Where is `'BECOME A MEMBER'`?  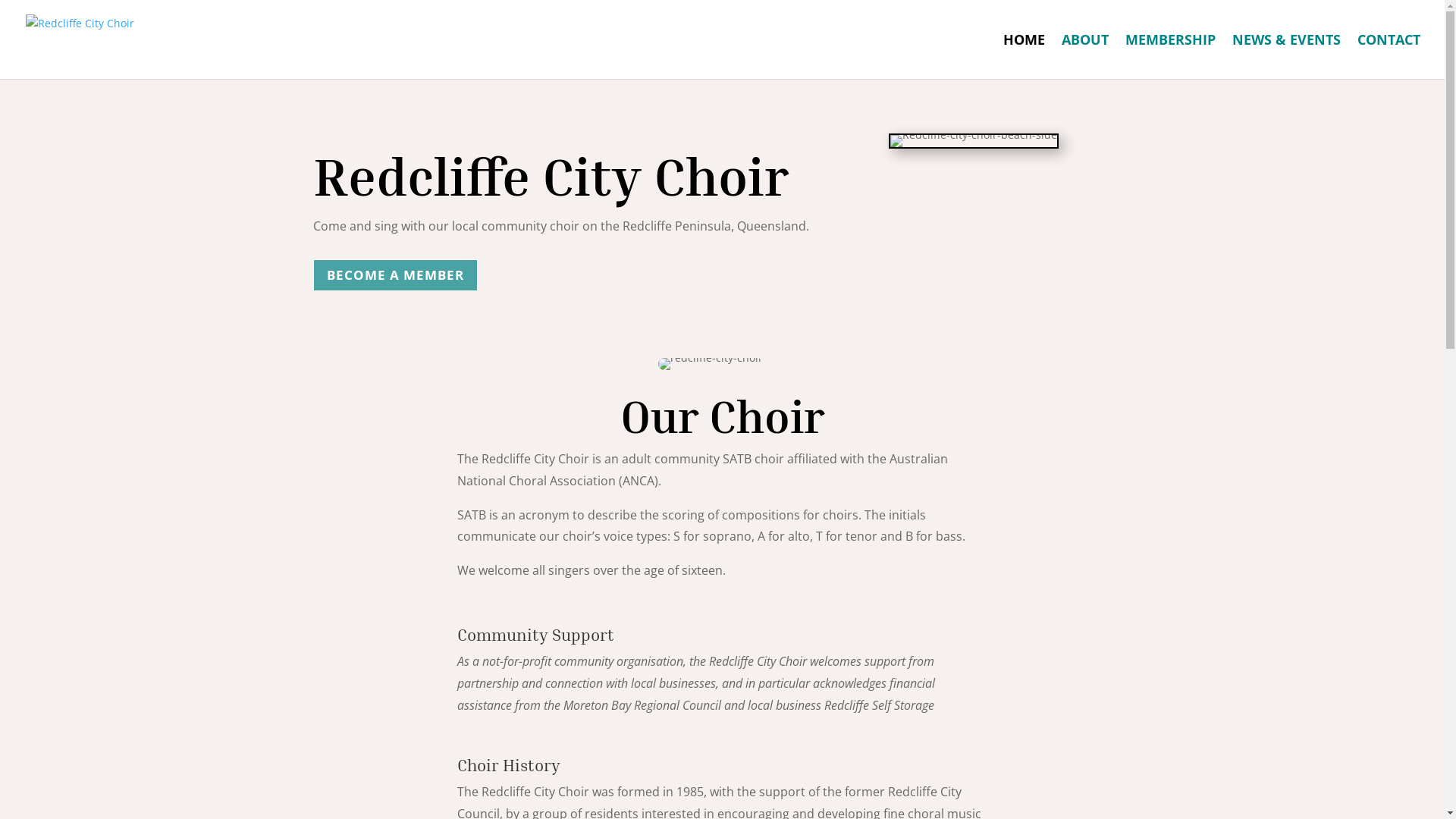
'BECOME A MEMBER' is located at coordinates (394, 275).